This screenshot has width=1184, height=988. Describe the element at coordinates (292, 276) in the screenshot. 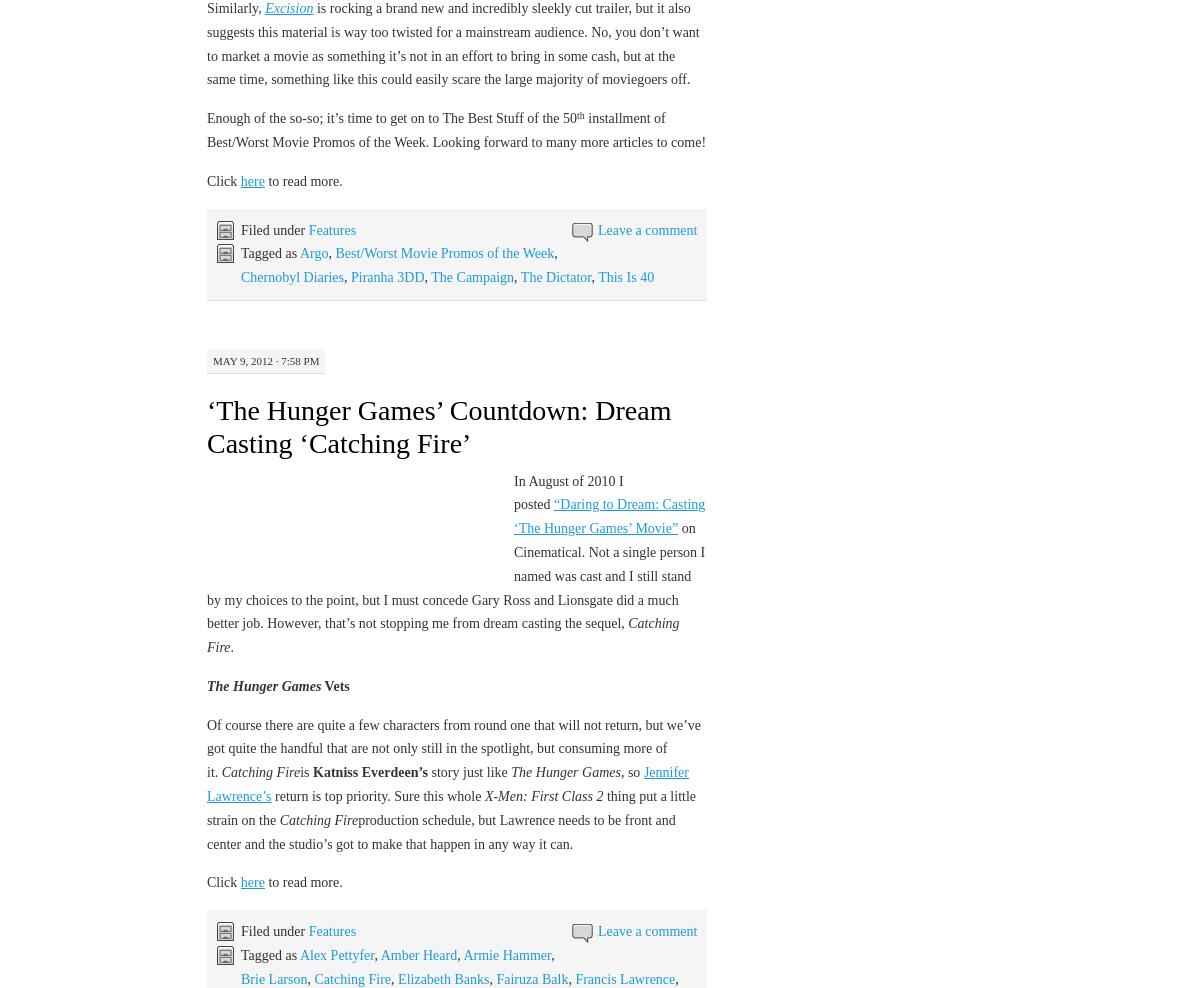

I see `'Chernobyl Diaries'` at that location.